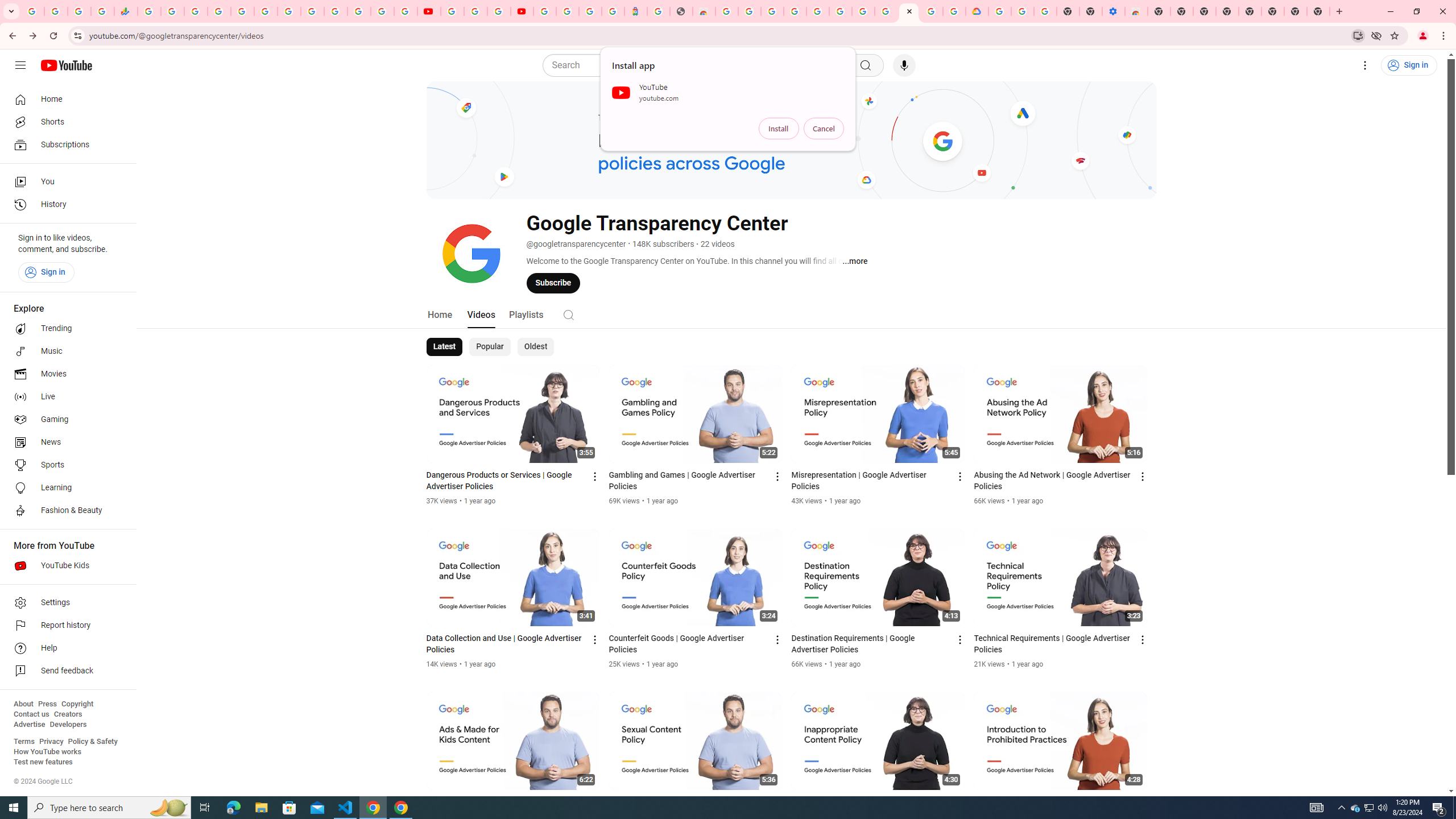 The image size is (1456, 819). What do you see at coordinates (31, 714) in the screenshot?
I see `'Contact us'` at bounding box center [31, 714].